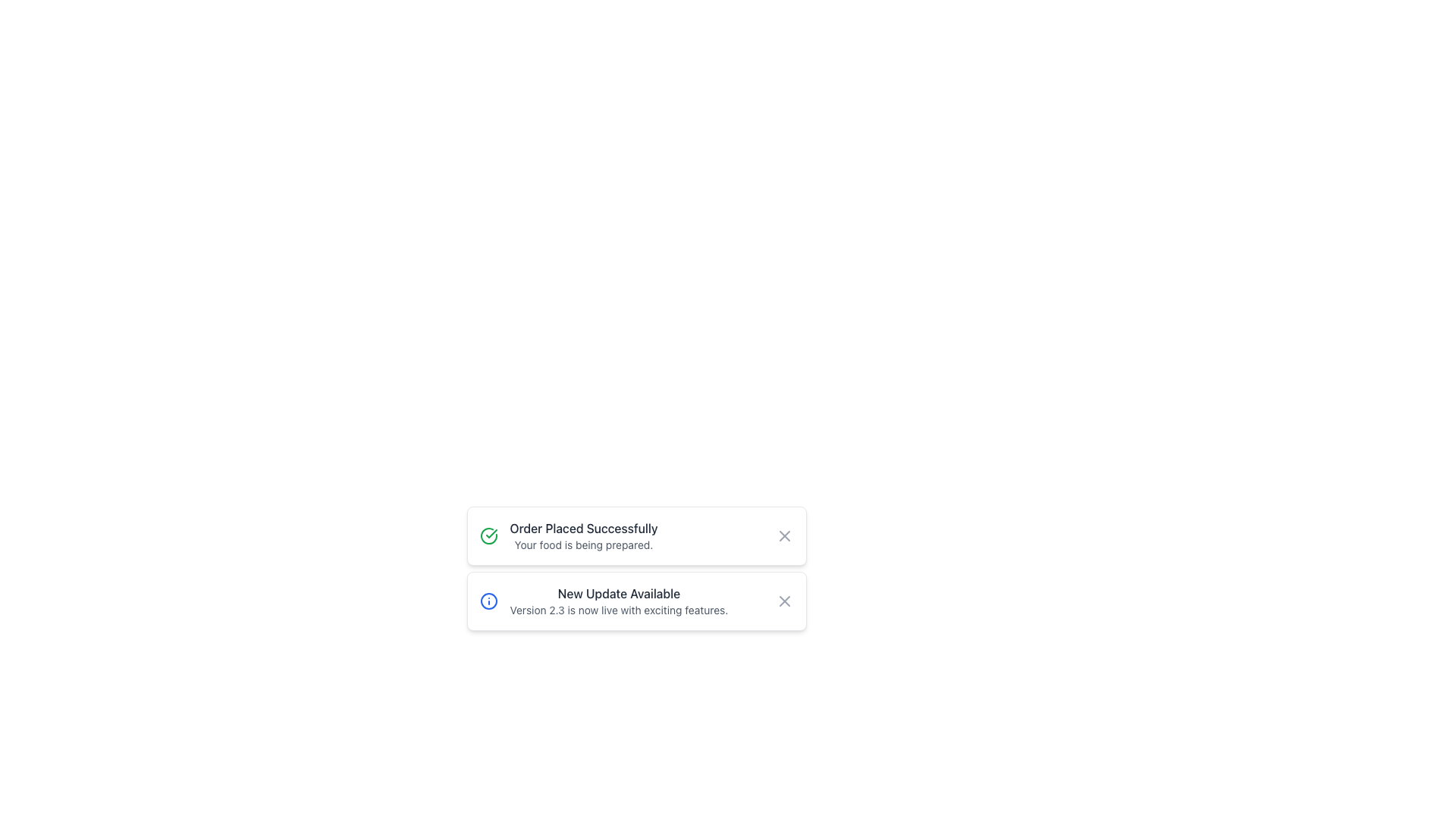  I want to click on small checkmark symbol located inside the circular check icon, which indicates a successful order placement, by clicking on it, so click(491, 533).